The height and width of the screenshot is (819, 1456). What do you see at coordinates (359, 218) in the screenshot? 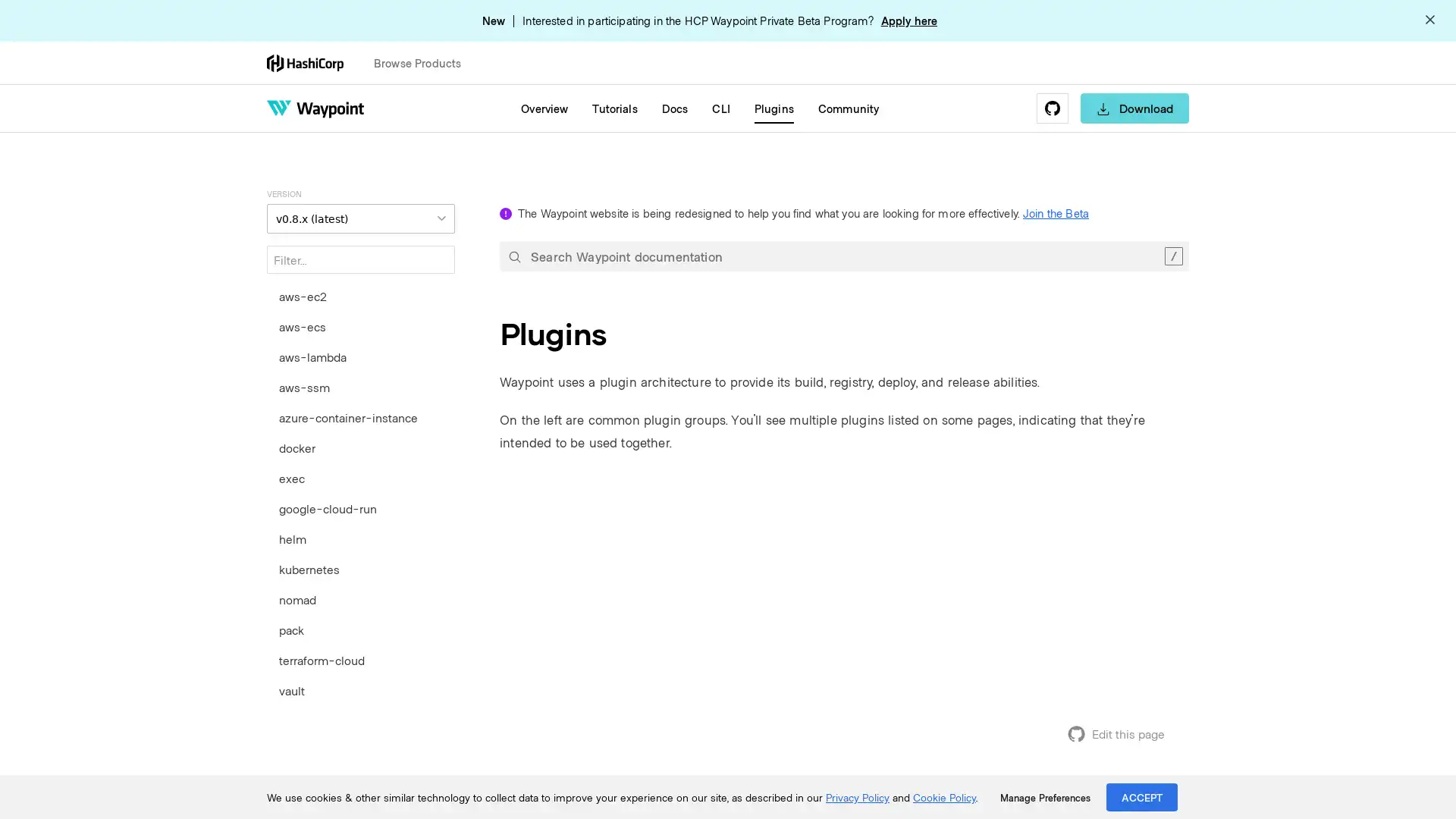
I see `VERSION` at bounding box center [359, 218].